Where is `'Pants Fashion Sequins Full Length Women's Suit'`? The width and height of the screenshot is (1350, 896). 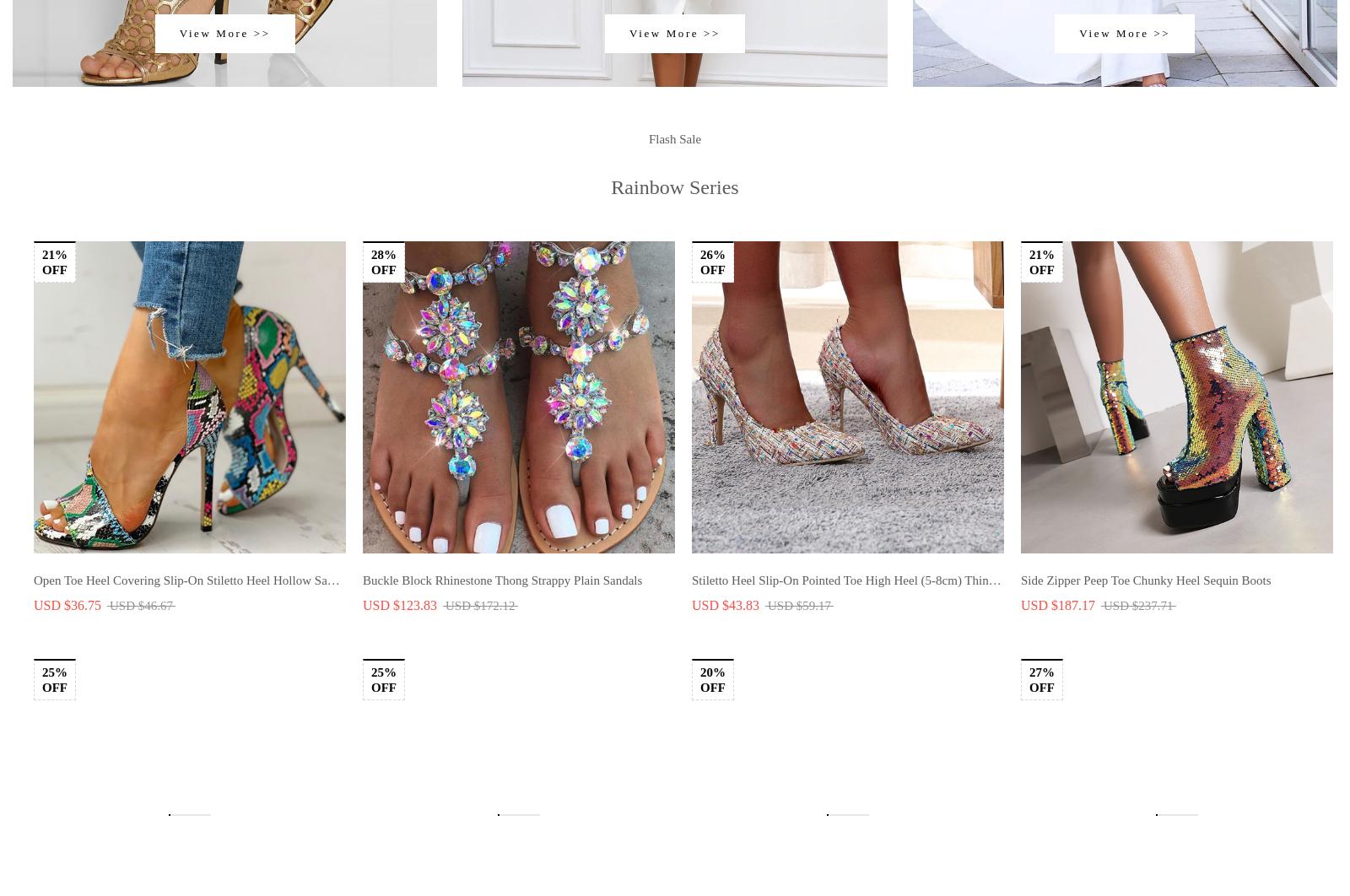
'Pants Fashion Sequins Full Length Women's Suit' is located at coordinates (486, 219).